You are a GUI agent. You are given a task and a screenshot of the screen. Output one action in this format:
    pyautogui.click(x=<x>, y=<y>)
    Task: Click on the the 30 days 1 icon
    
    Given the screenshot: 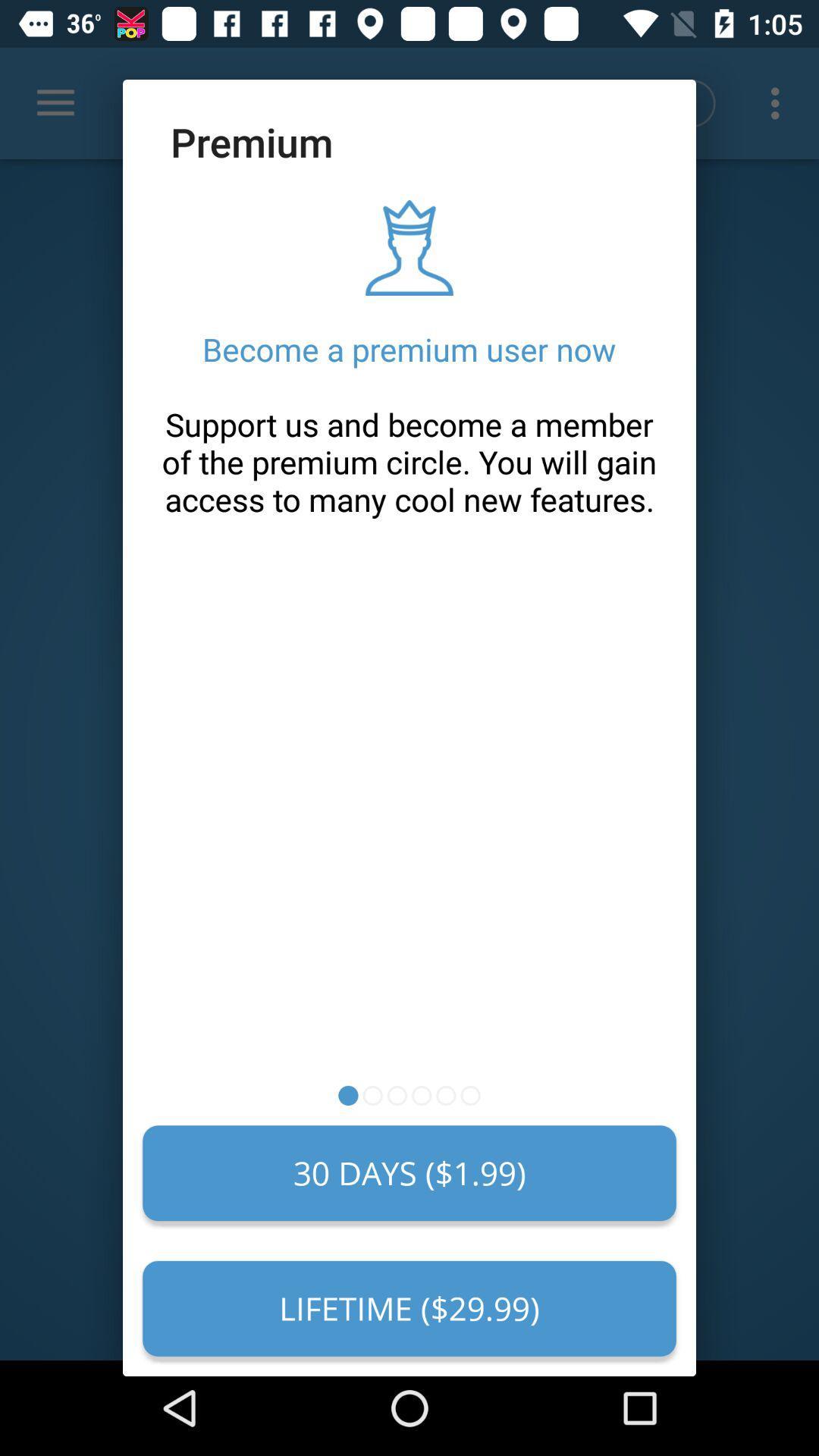 What is the action you would take?
    pyautogui.click(x=409, y=1172)
    